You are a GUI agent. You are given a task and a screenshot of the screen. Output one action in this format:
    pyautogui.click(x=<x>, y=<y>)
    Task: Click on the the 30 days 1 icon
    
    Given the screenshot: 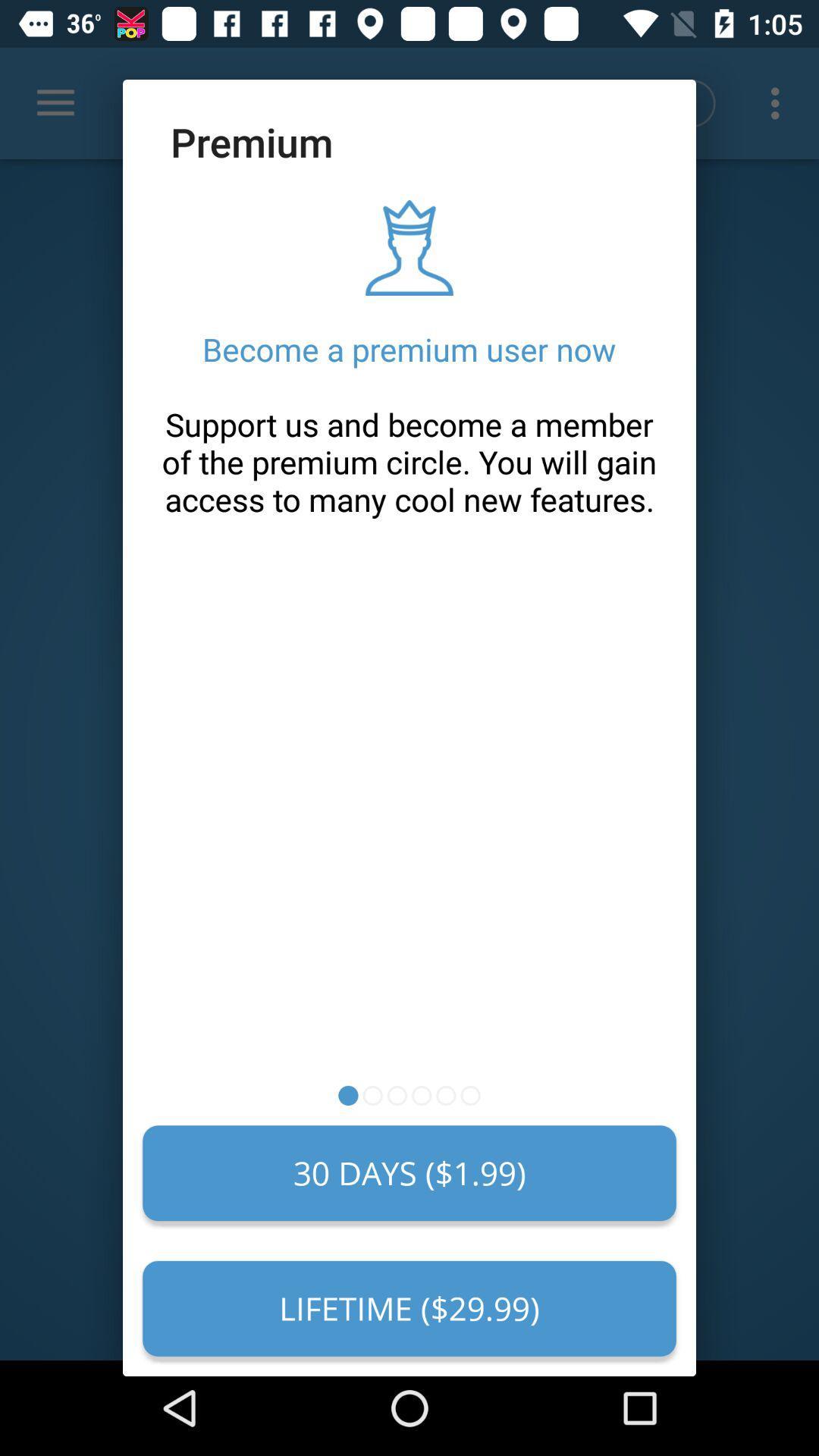 What is the action you would take?
    pyautogui.click(x=409, y=1172)
    